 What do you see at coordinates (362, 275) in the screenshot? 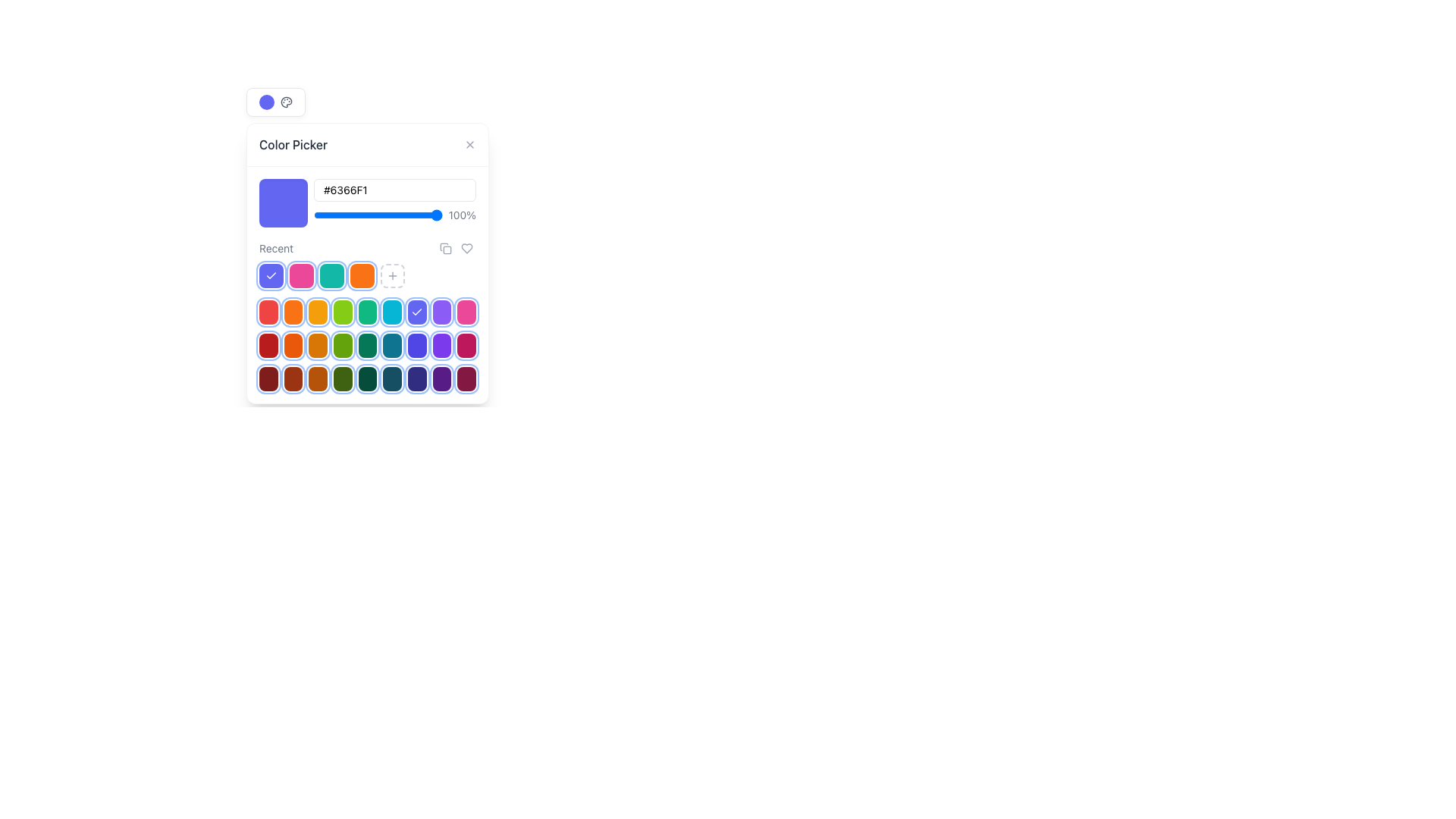
I see `the orange color selection button located in the 'Recent' section of the Color Picker interface, which is the sixth button in the horizontal list of recent colors` at bounding box center [362, 275].